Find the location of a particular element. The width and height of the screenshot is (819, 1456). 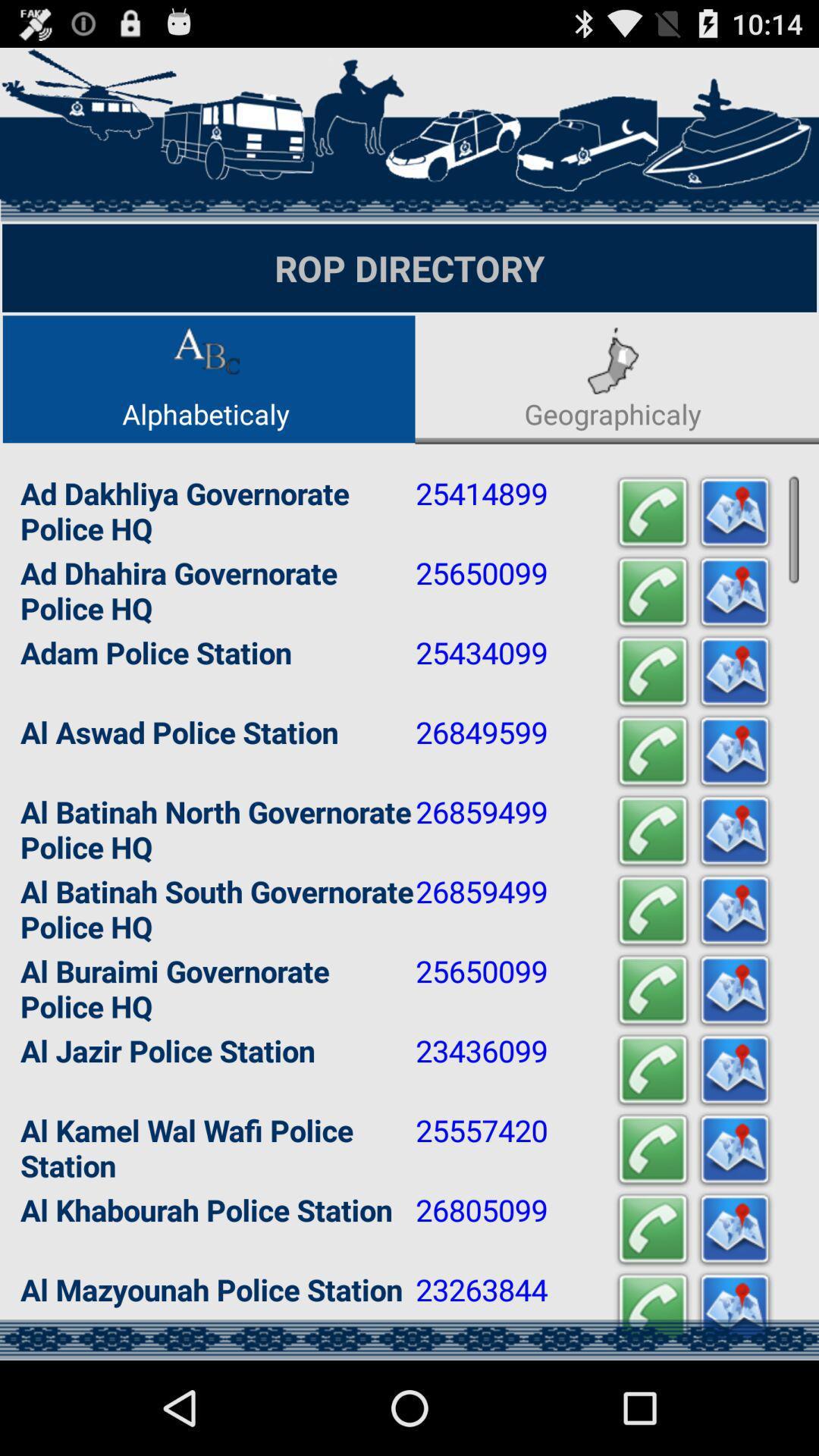

this button brings up the map location of this police station is located at coordinates (733, 1308).